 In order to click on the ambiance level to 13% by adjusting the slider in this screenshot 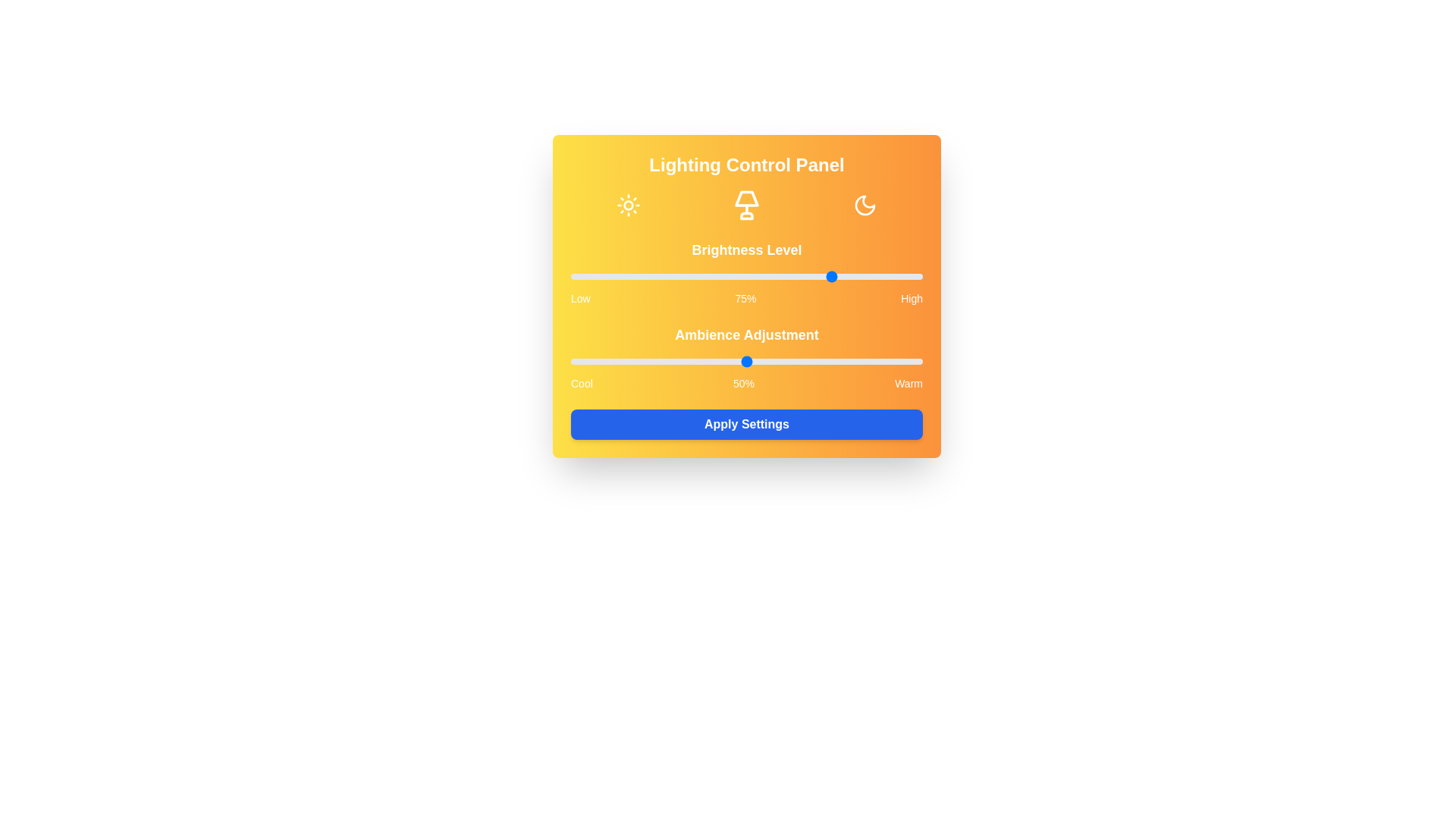, I will do `click(617, 362)`.